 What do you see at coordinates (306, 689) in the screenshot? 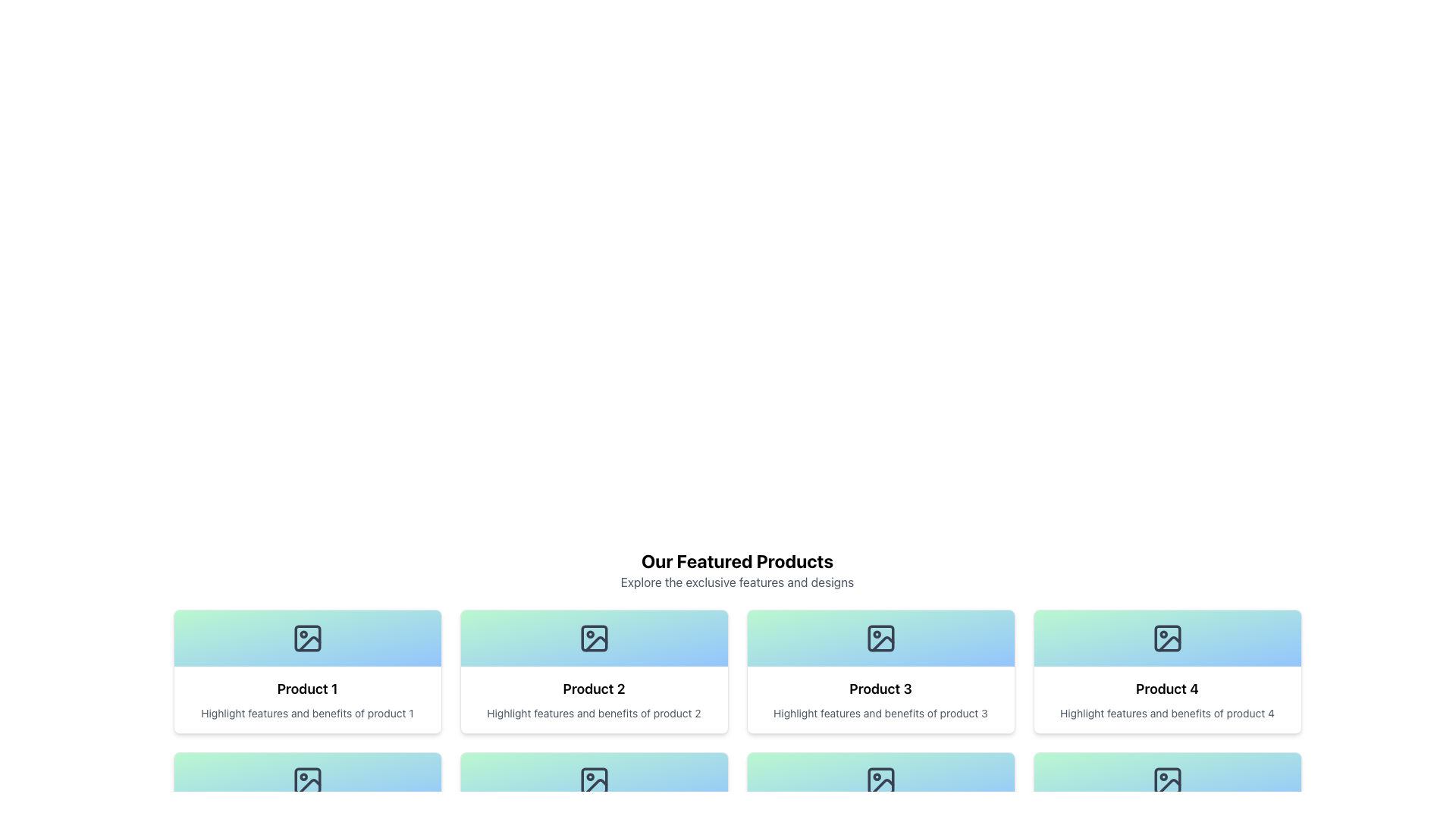
I see `the bold, large-font heading text labeled 'Product 1' located at the top-left corner of the product card grid` at bounding box center [306, 689].